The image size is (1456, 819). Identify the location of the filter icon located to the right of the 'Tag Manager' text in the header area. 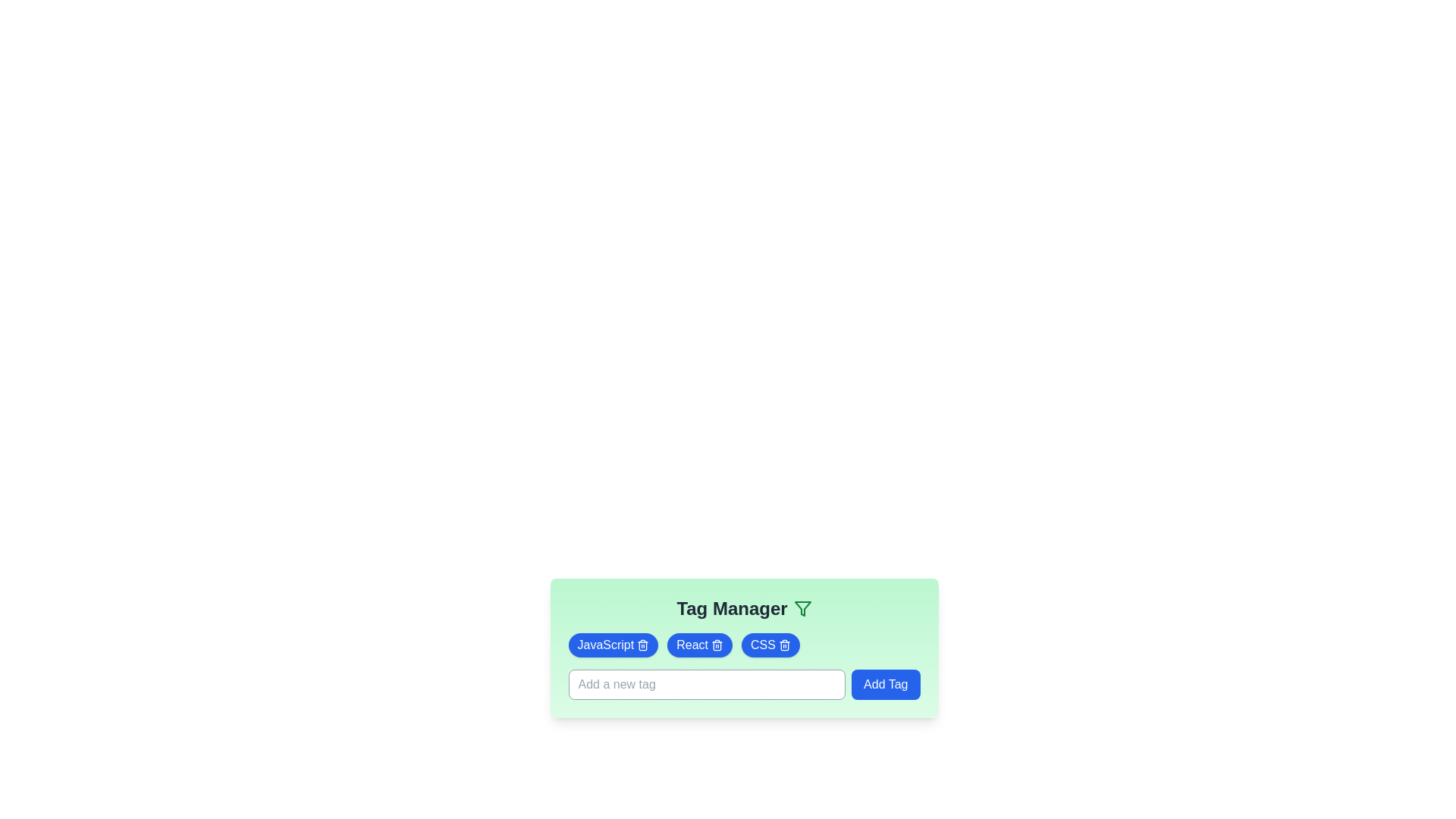
(802, 607).